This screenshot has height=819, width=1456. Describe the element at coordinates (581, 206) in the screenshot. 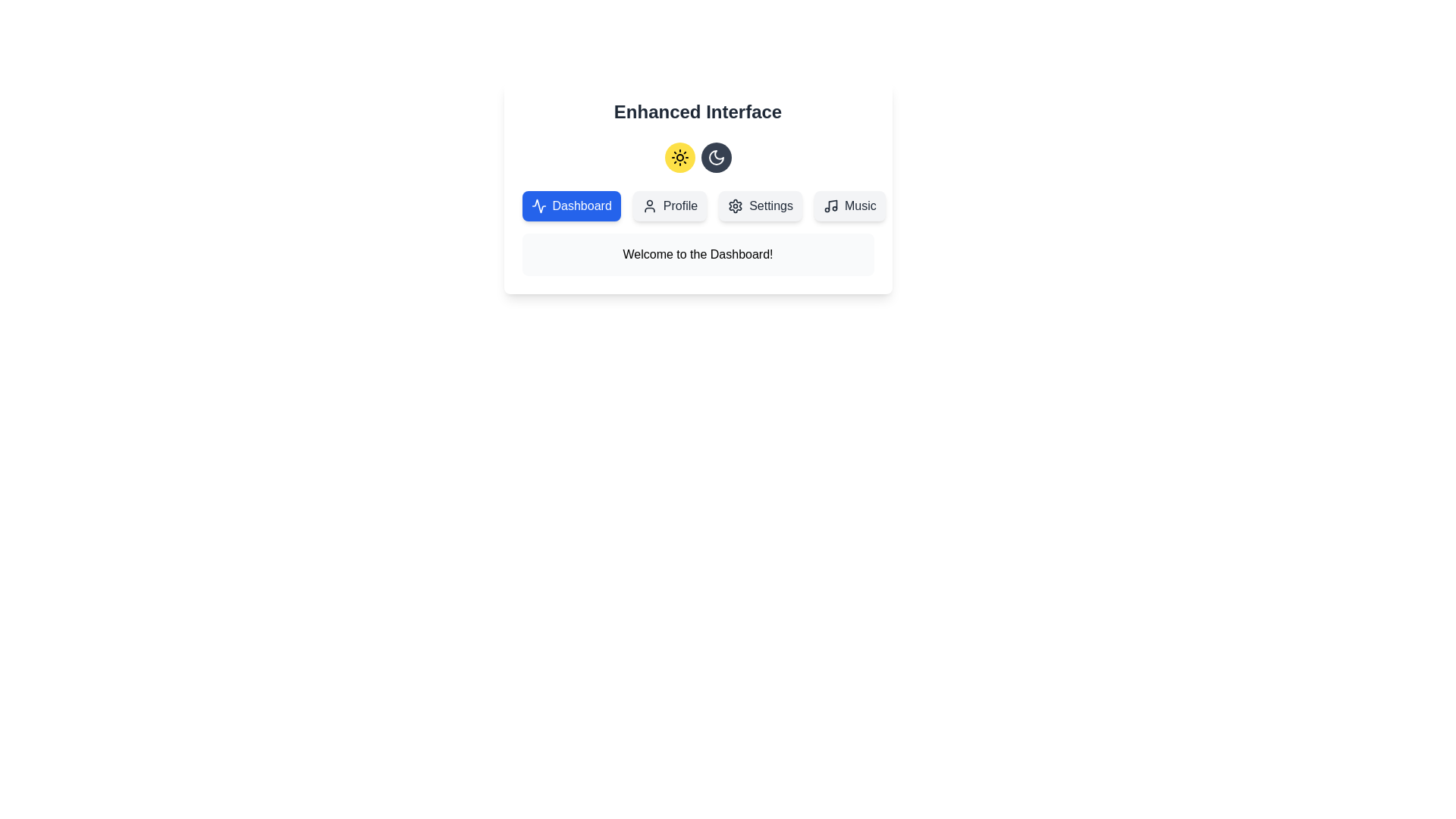

I see `the navigation label for the Dashboard section, located in the top-left of the navigation bar` at that location.